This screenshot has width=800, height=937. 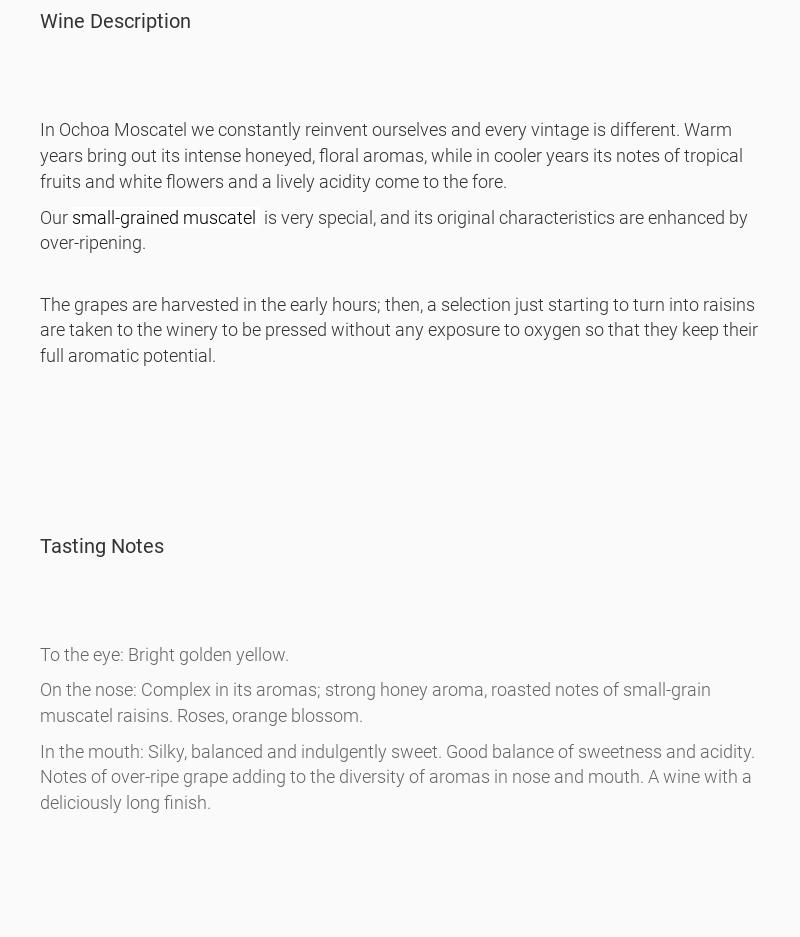 What do you see at coordinates (39, 702) in the screenshot?
I see `'On the nose: Complex in its aromas; strong honey aroma, roasted notes of small-grain muscatel raisins. Roses, orange blossom.'` at bounding box center [39, 702].